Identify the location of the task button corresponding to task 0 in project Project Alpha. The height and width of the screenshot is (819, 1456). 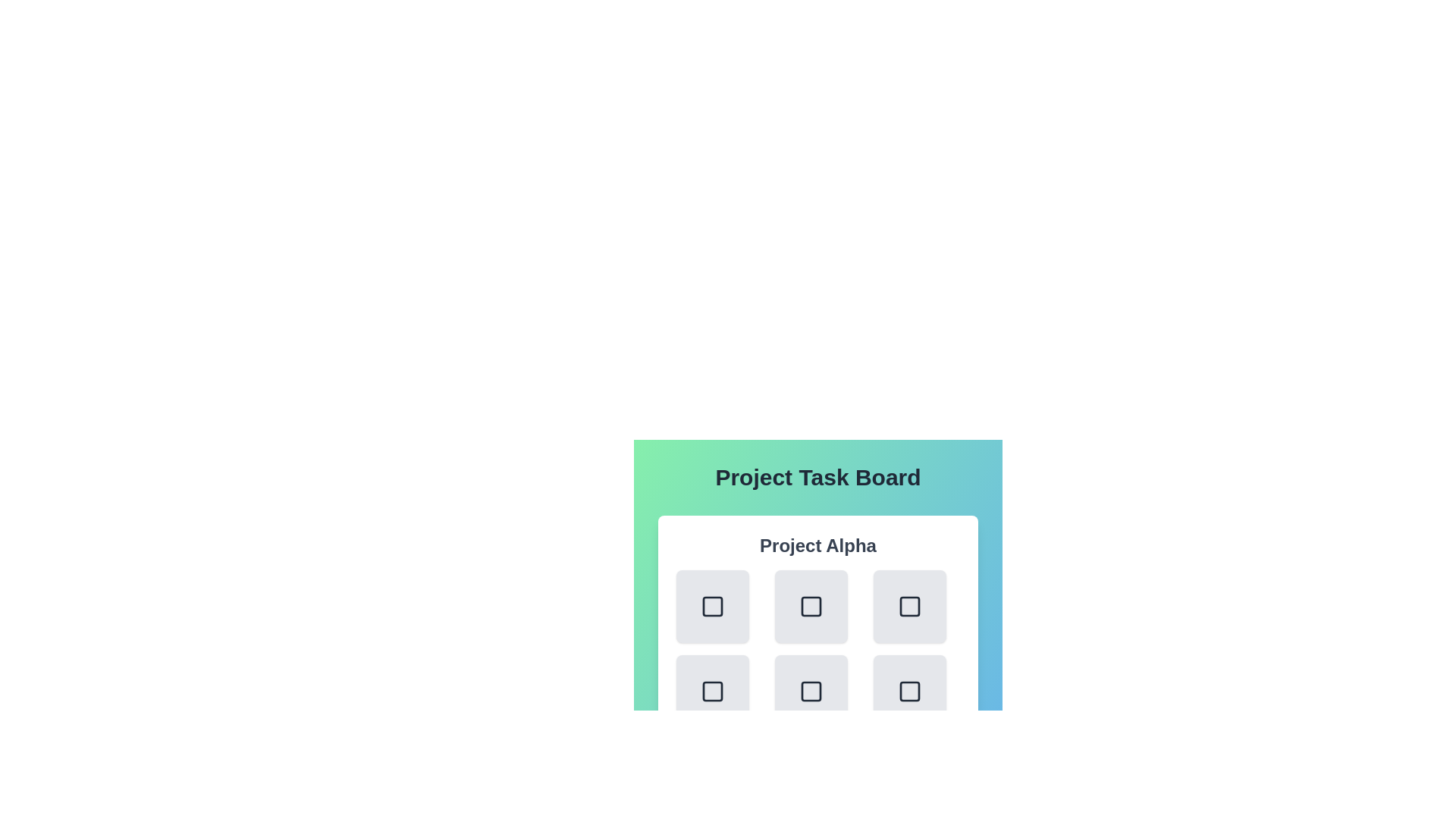
(712, 605).